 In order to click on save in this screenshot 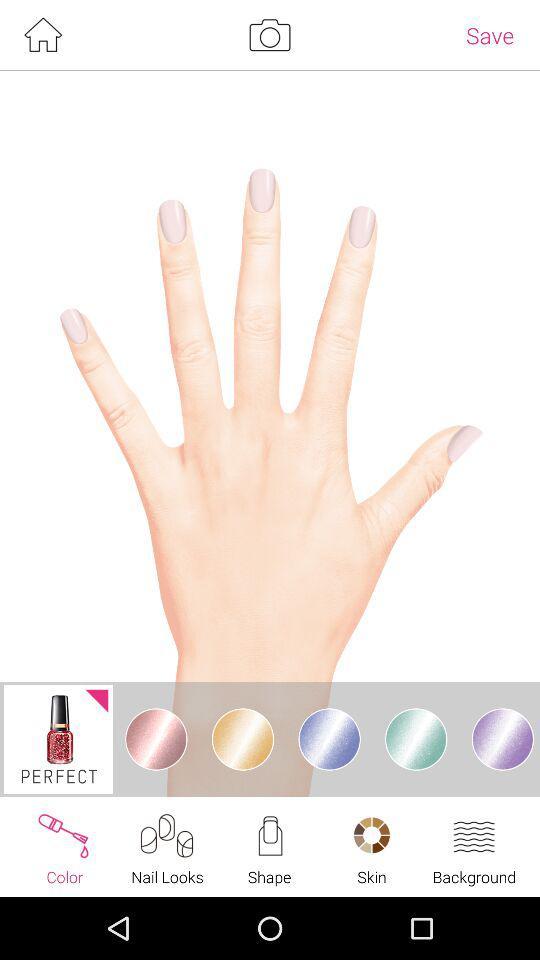, I will do `click(489, 34)`.